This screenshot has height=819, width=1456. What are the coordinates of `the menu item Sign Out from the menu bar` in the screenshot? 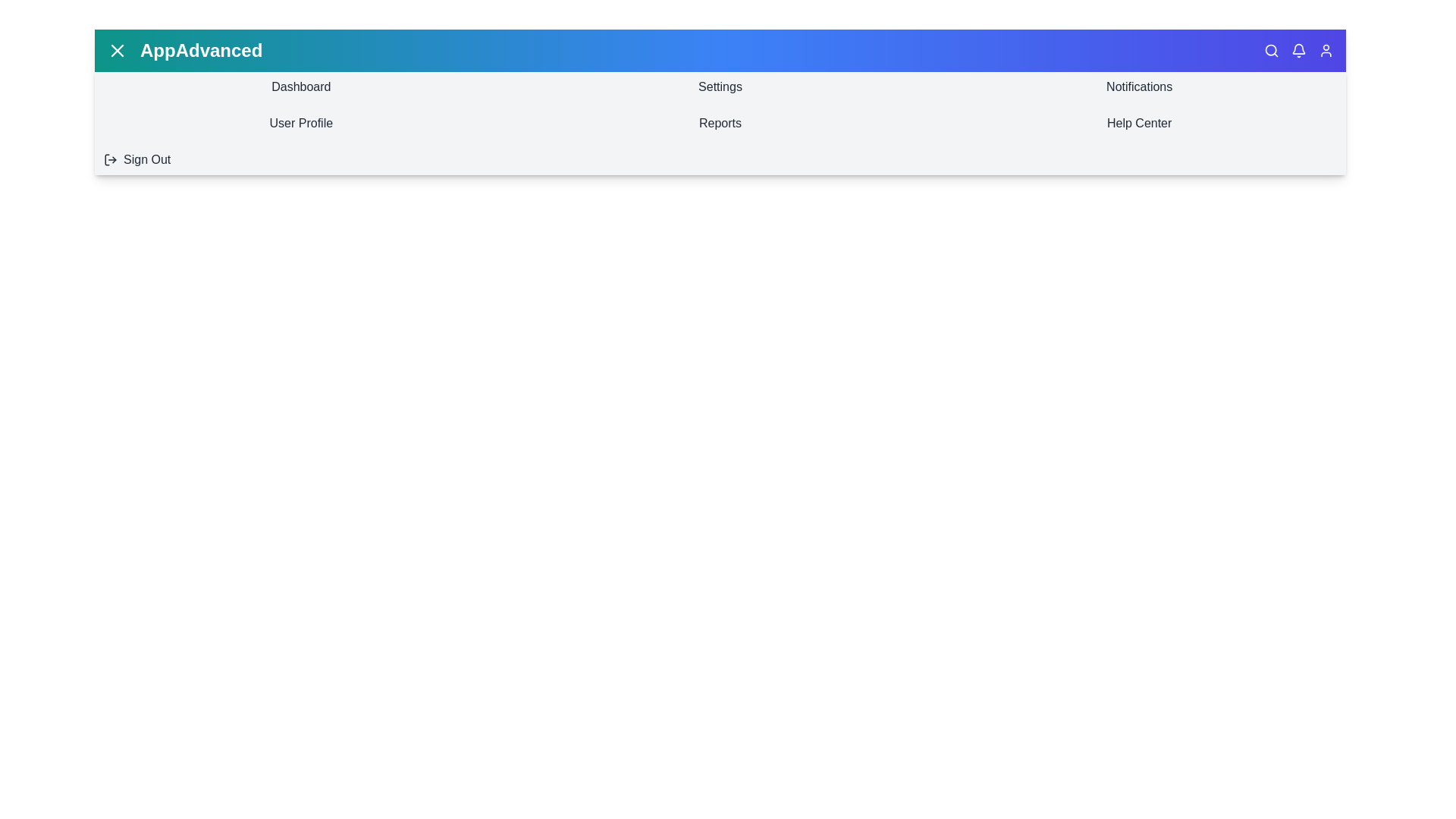 It's located at (301, 160).